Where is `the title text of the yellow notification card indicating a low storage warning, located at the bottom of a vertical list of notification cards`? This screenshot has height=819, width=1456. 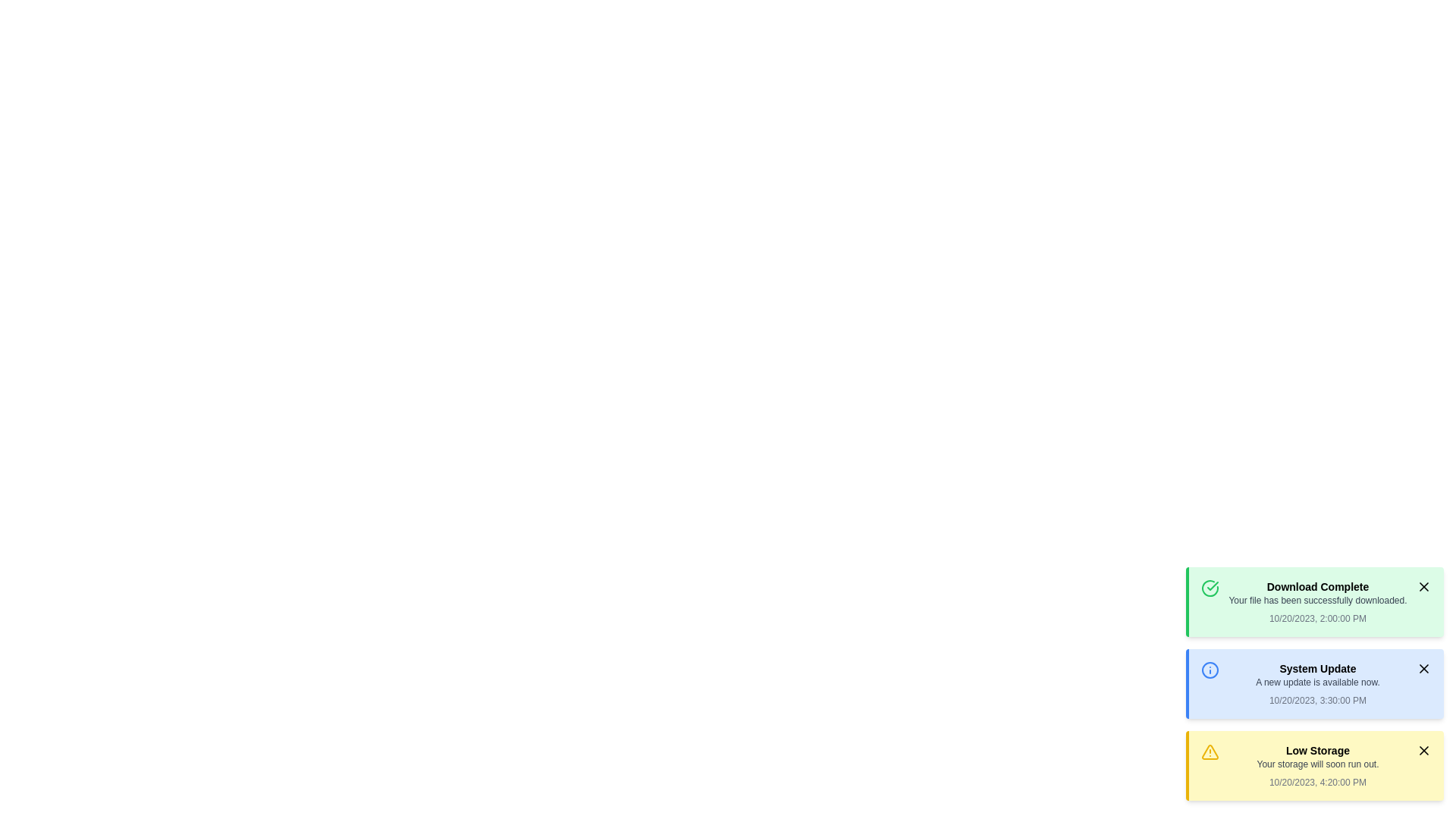
the title text of the yellow notification card indicating a low storage warning, located at the bottom of a vertical list of notification cards is located at coordinates (1316, 751).